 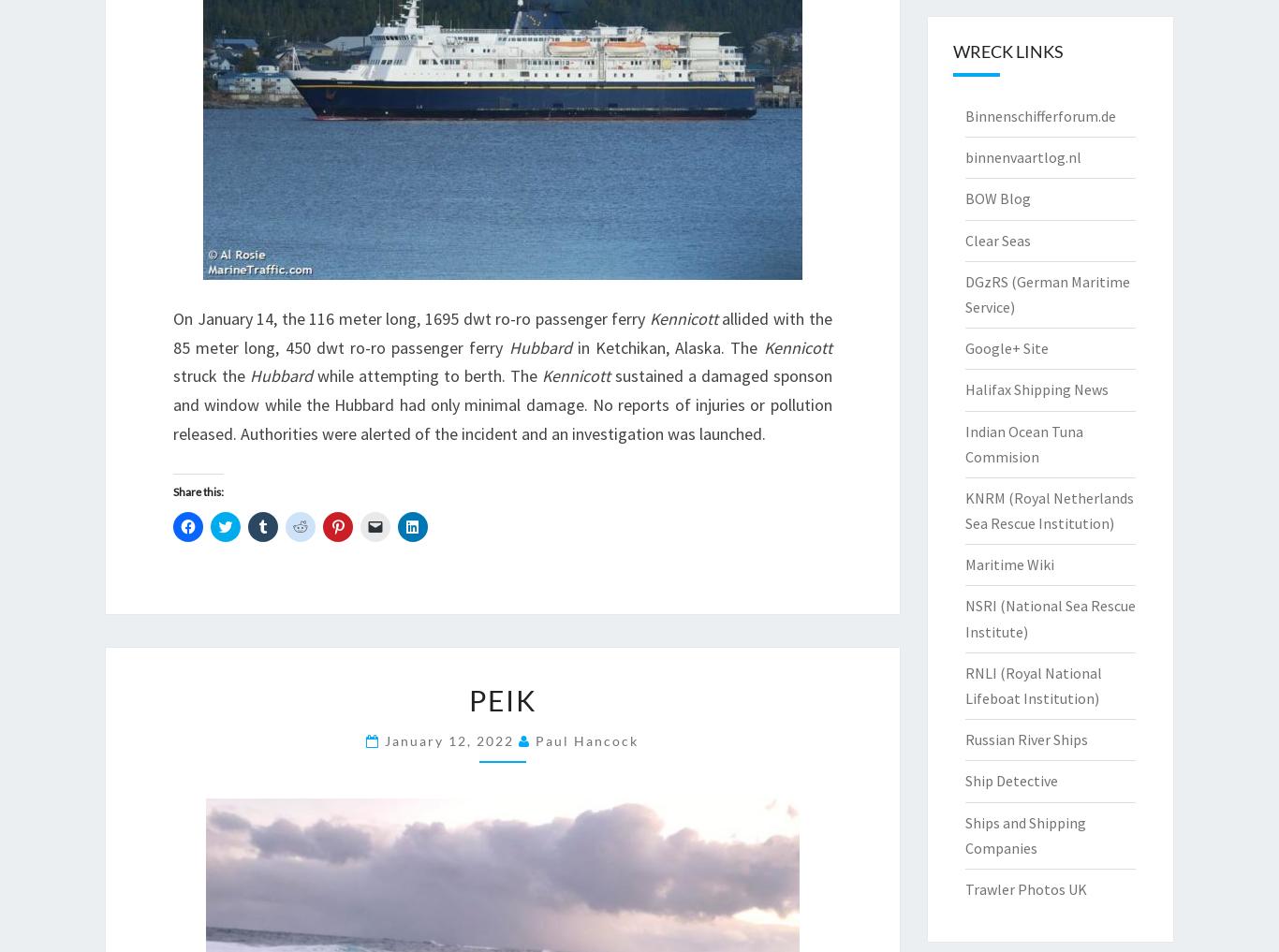 I want to click on 'binnenvaartlog.nl', so click(x=1021, y=156).